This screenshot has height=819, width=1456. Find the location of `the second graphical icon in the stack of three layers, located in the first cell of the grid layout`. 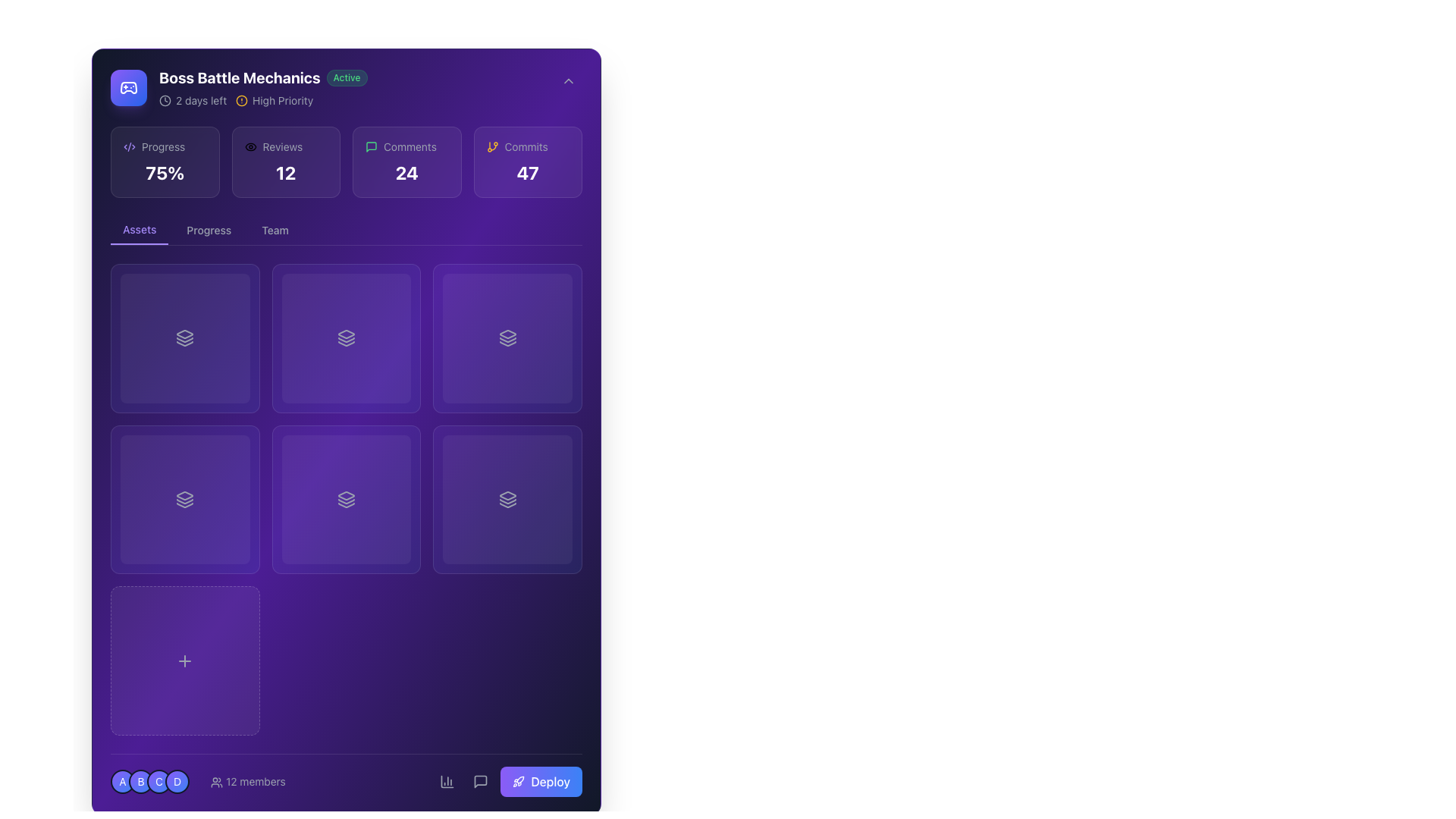

the second graphical icon in the stack of three layers, located in the first cell of the grid layout is located at coordinates (184, 339).